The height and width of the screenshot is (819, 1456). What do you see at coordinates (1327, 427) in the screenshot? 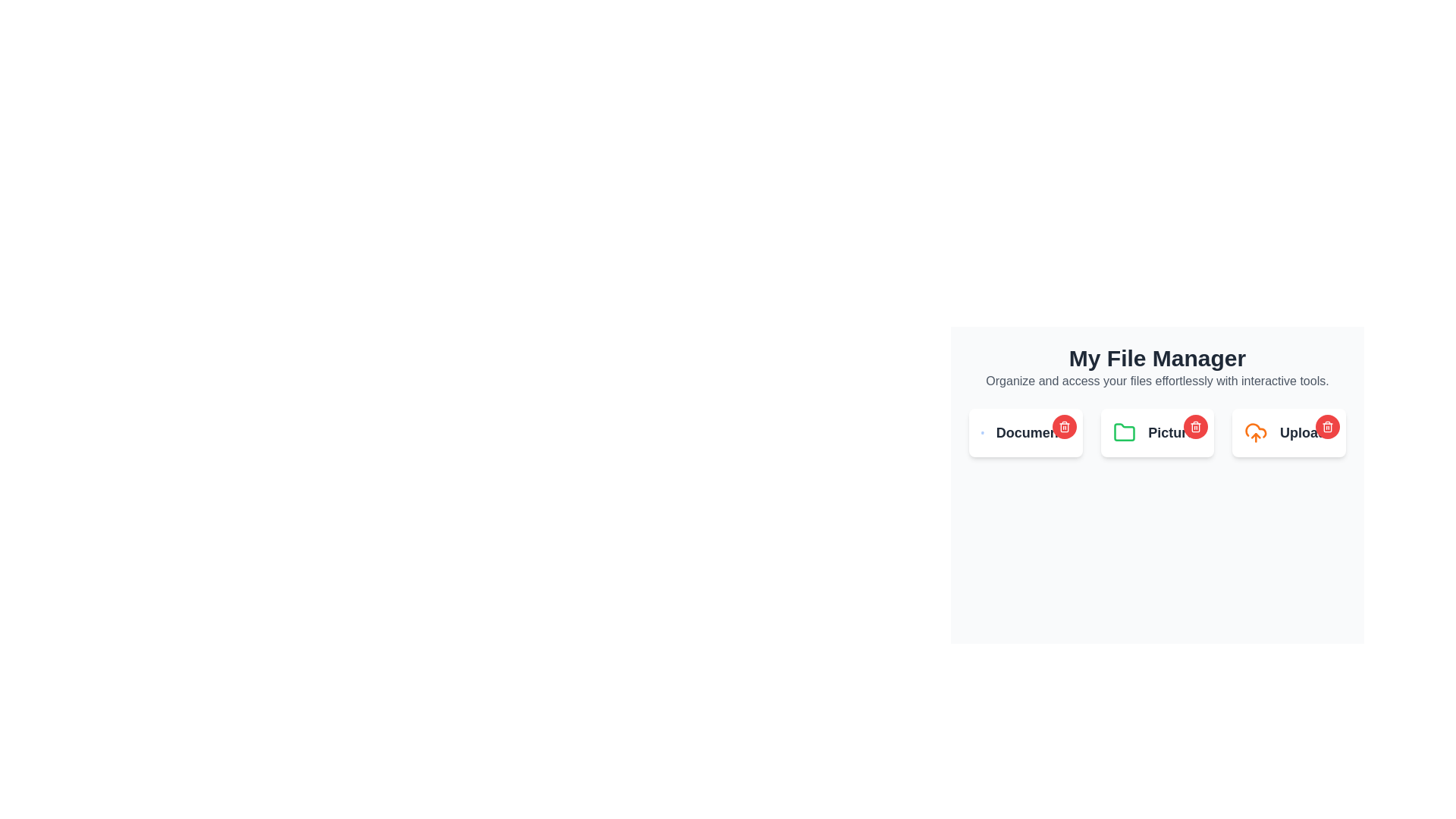
I see `the circular red icon button with a white trash bin symbol located in the top-right corner of the 'Uploads' card` at bounding box center [1327, 427].